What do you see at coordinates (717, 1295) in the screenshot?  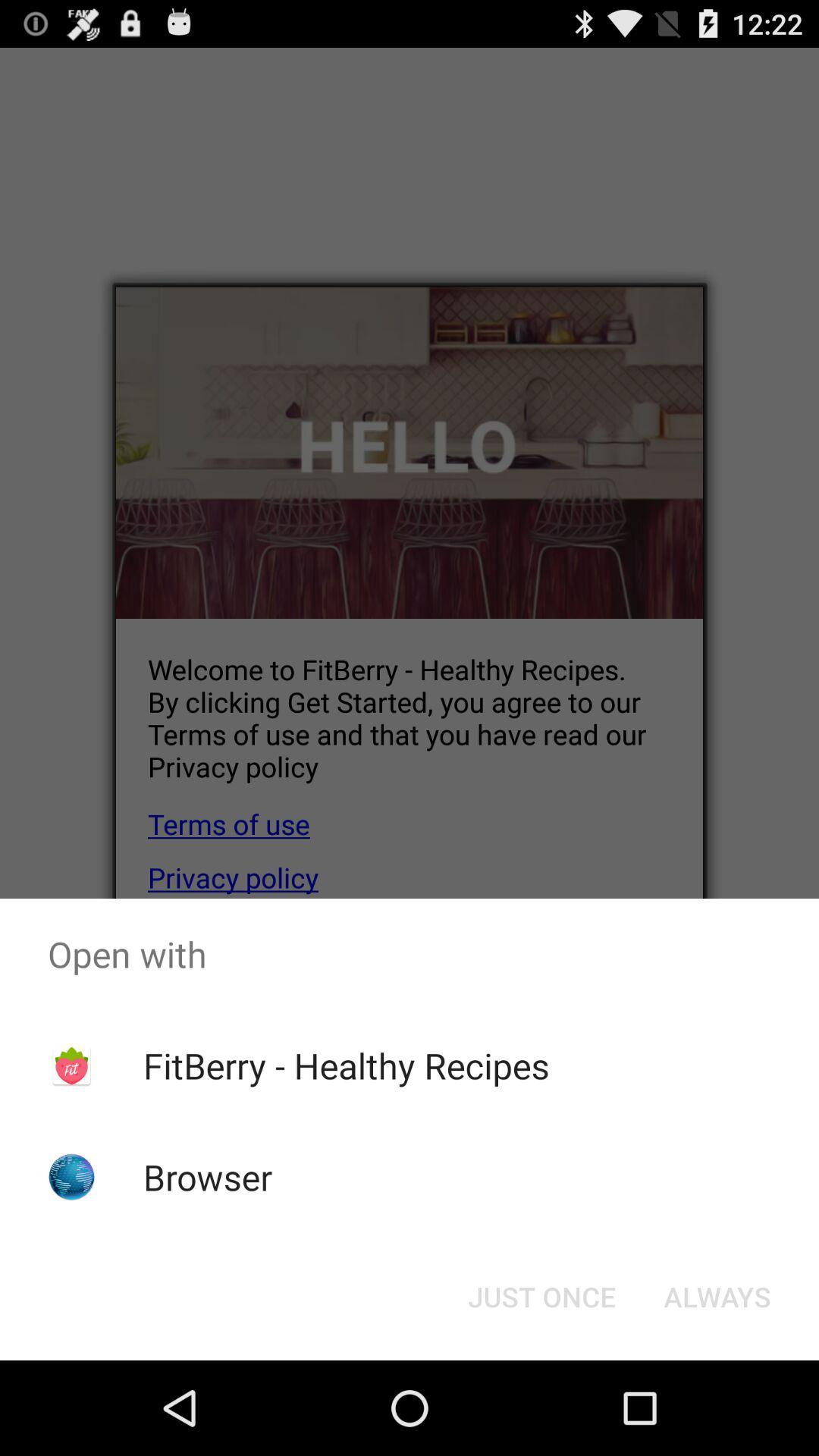 I see `the always item` at bounding box center [717, 1295].